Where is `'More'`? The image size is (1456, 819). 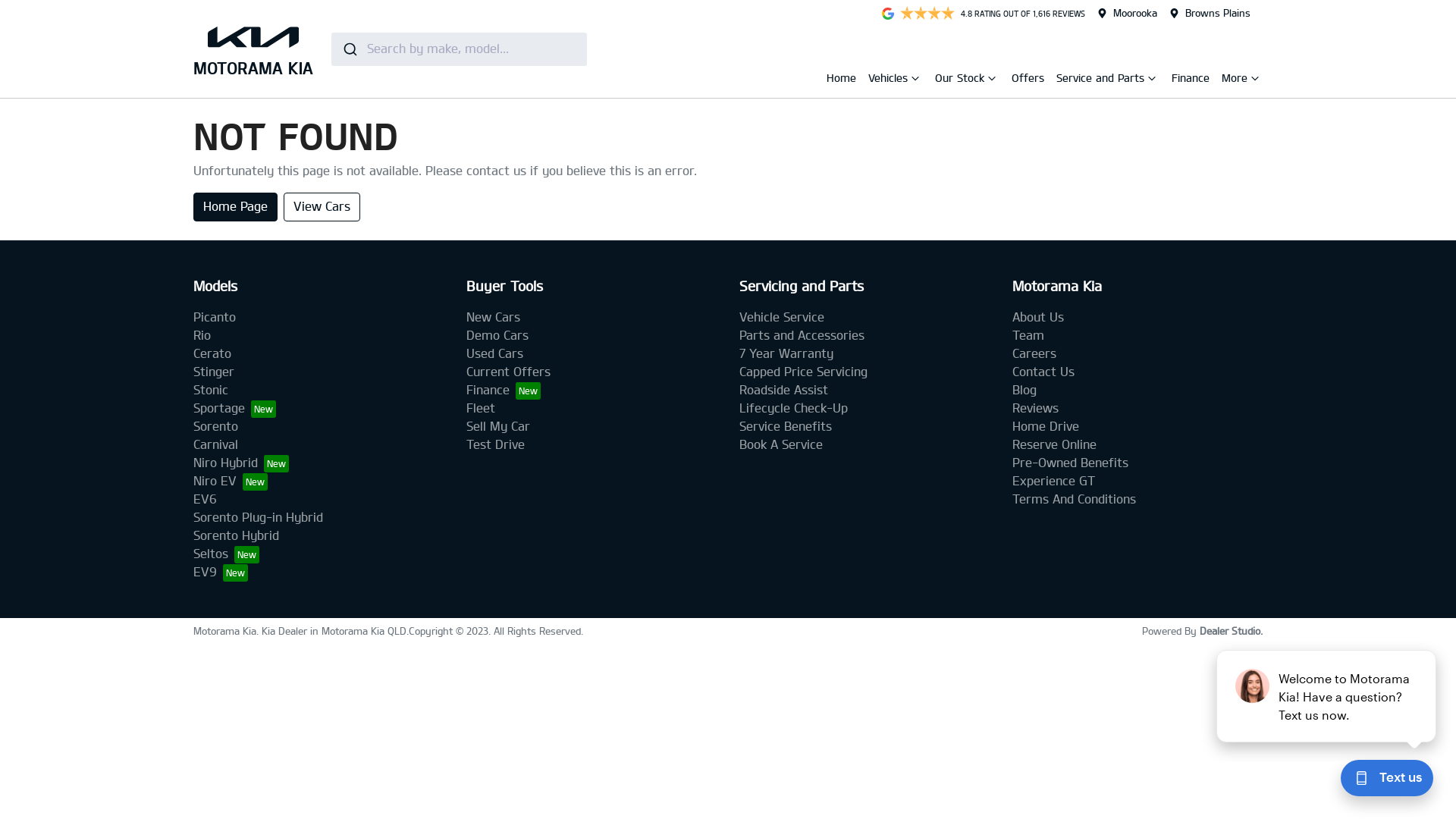 'More' is located at coordinates (1236, 80).